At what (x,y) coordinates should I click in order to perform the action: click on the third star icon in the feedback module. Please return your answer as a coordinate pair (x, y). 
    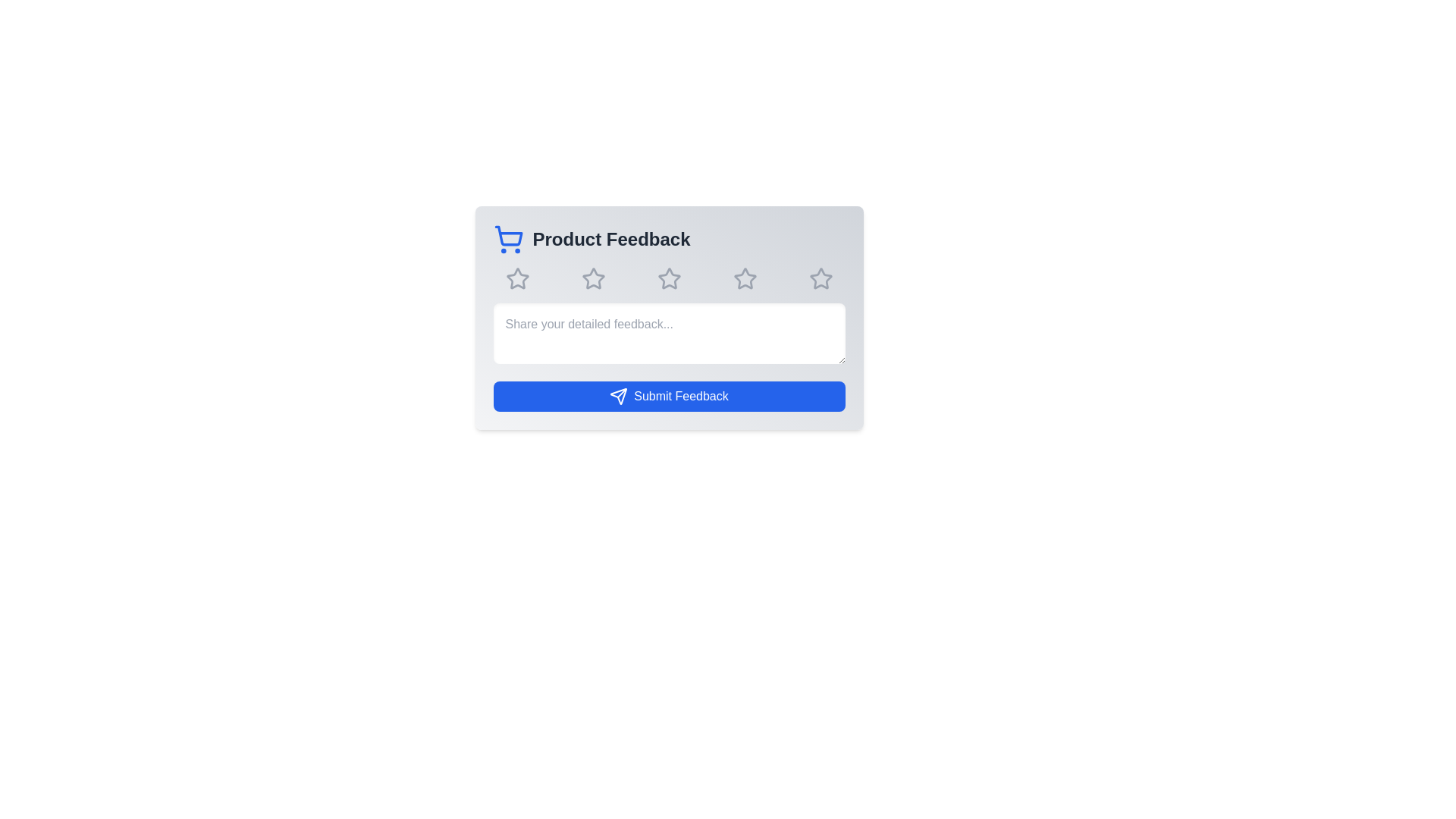
    Looking at the image, I should click on (592, 278).